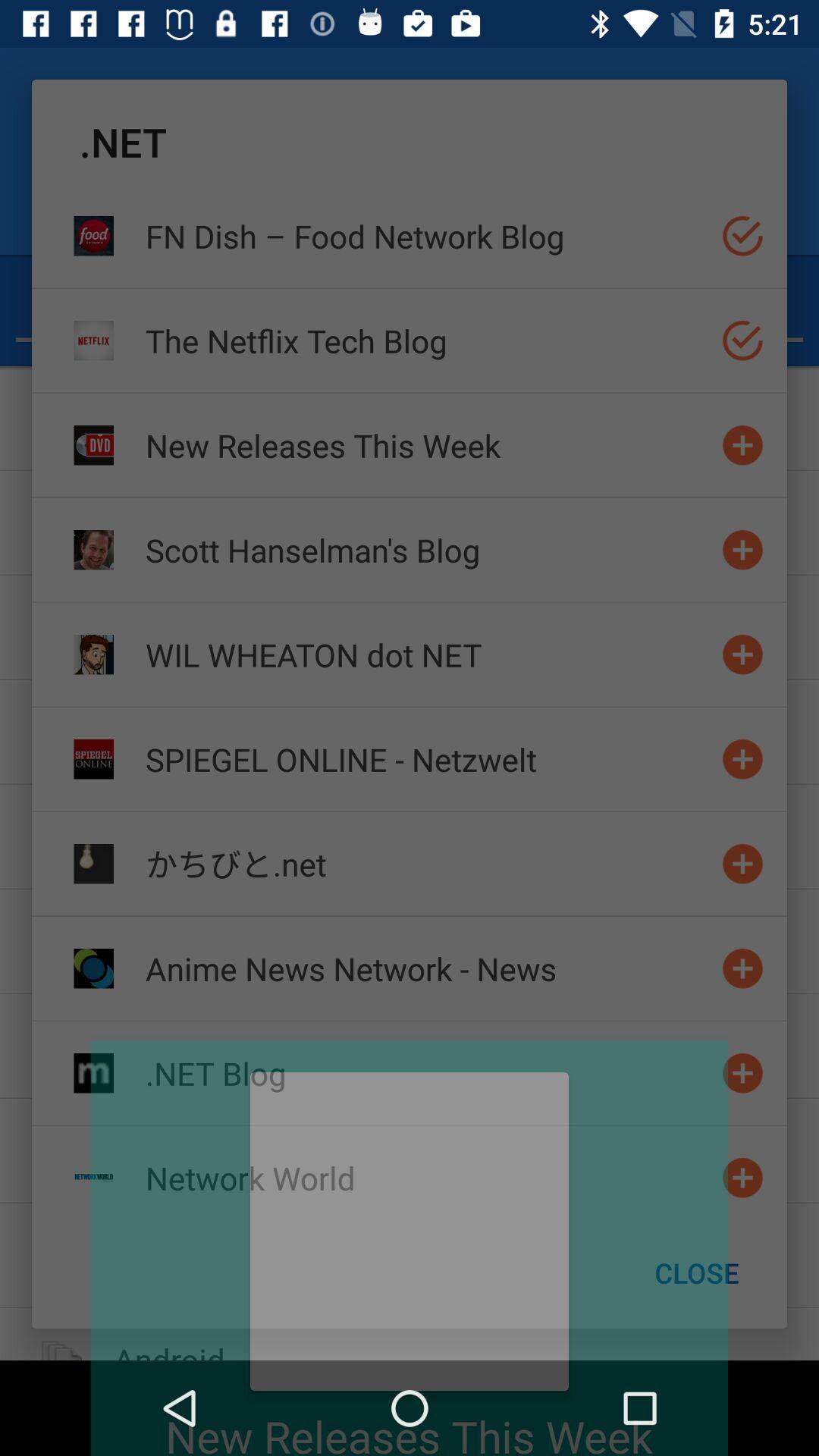  What do you see at coordinates (427, 1177) in the screenshot?
I see `icon below .net blog icon` at bounding box center [427, 1177].